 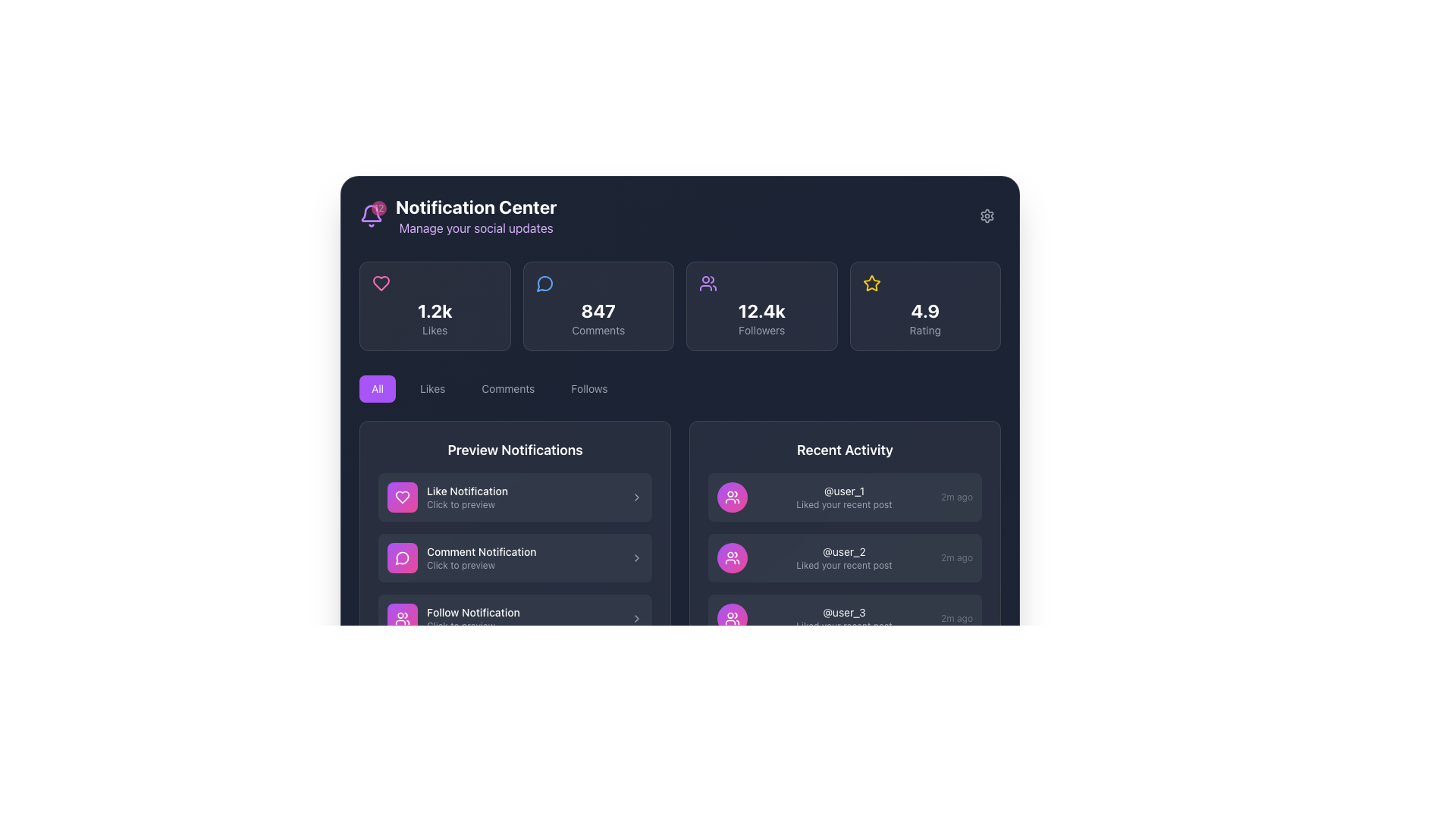 What do you see at coordinates (588, 388) in the screenshot?
I see `the 'Follows' button, which is the fourth button in a row of four` at bounding box center [588, 388].